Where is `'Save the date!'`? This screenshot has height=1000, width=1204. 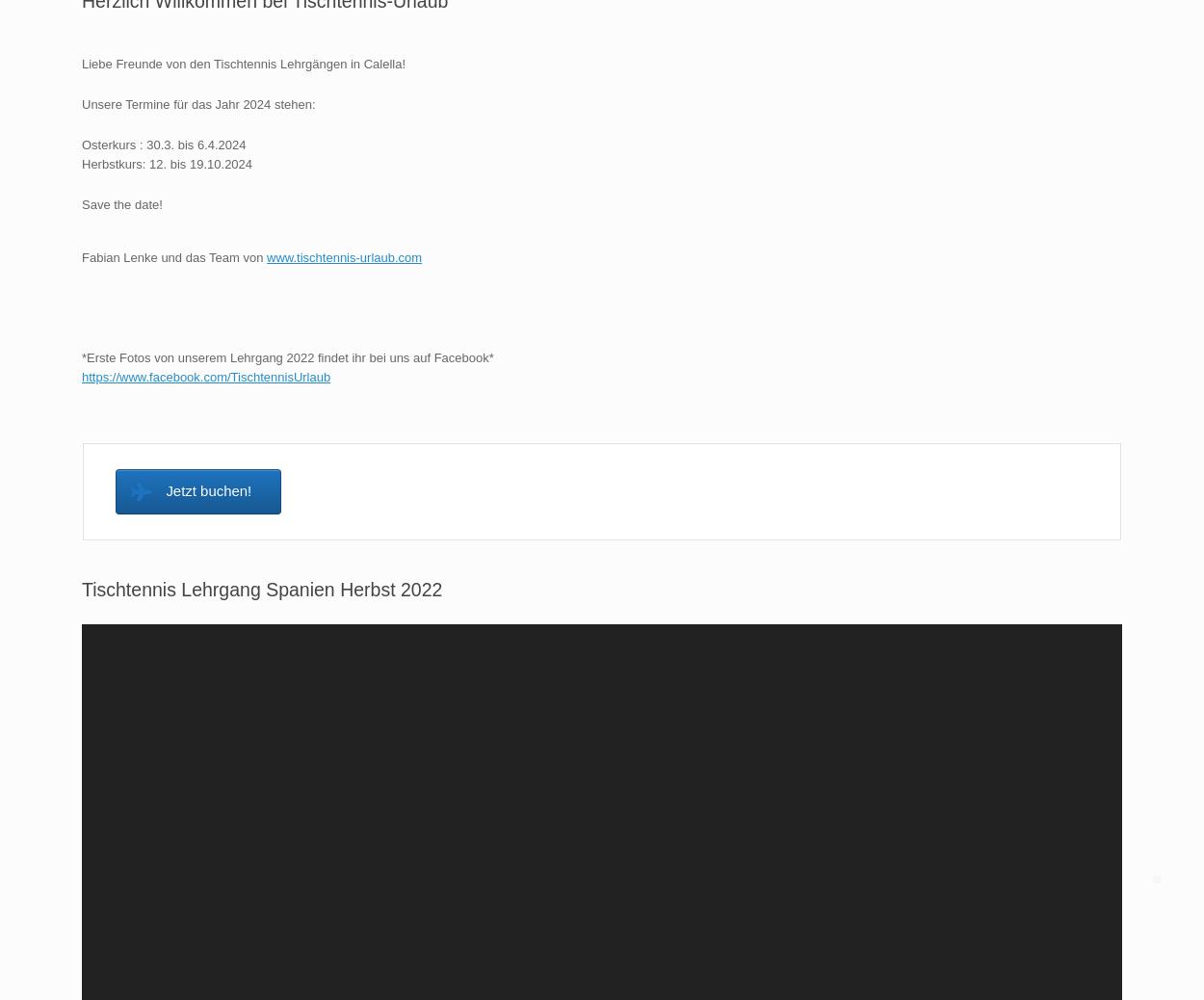
'Save the date!' is located at coordinates (121, 203).